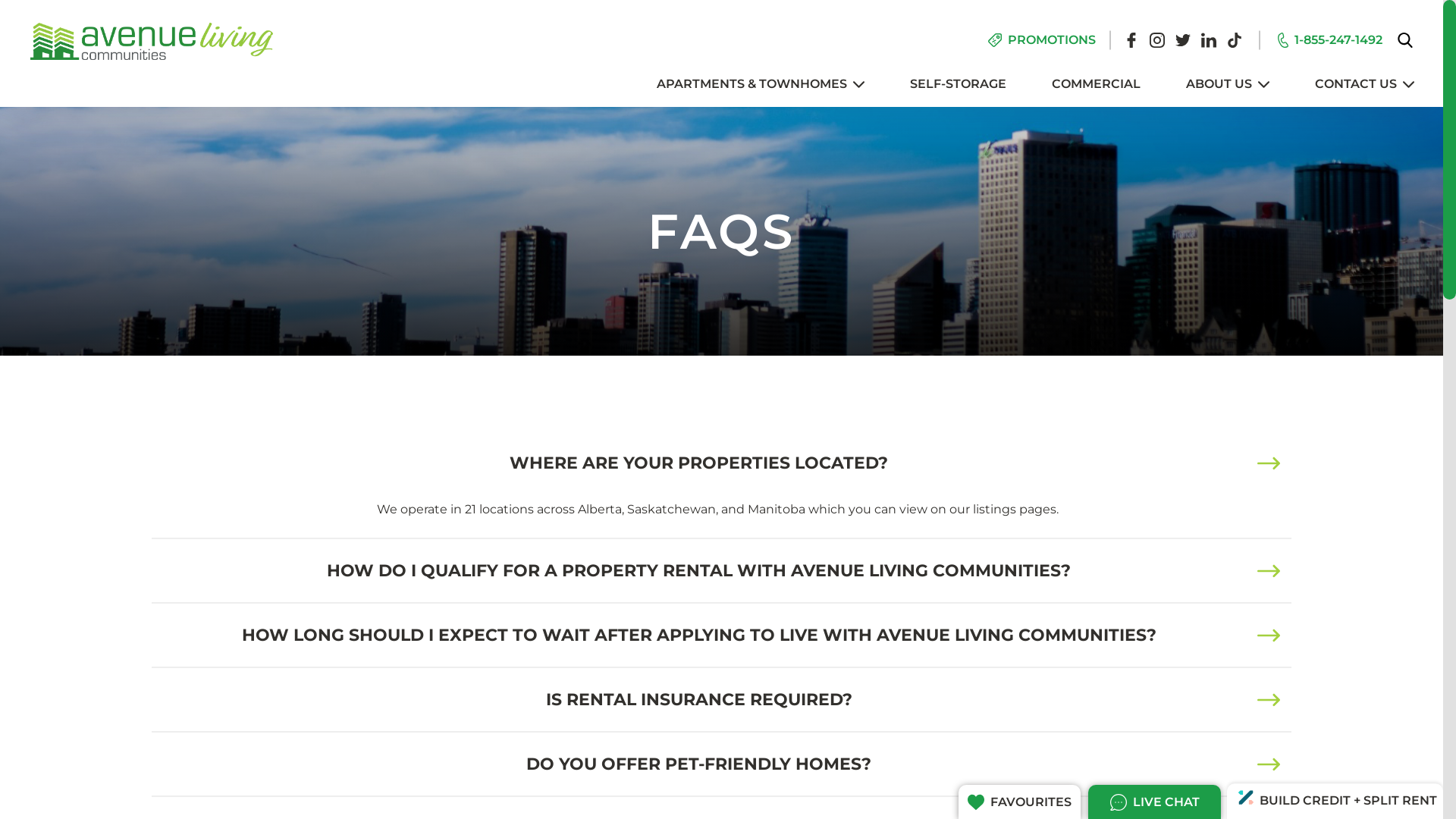 This screenshot has height=819, width=1456. What do you see at coordinates (1227, 84) in the screenshot?
I see `'ABOUT US'` at bounding box center [1227, 84].